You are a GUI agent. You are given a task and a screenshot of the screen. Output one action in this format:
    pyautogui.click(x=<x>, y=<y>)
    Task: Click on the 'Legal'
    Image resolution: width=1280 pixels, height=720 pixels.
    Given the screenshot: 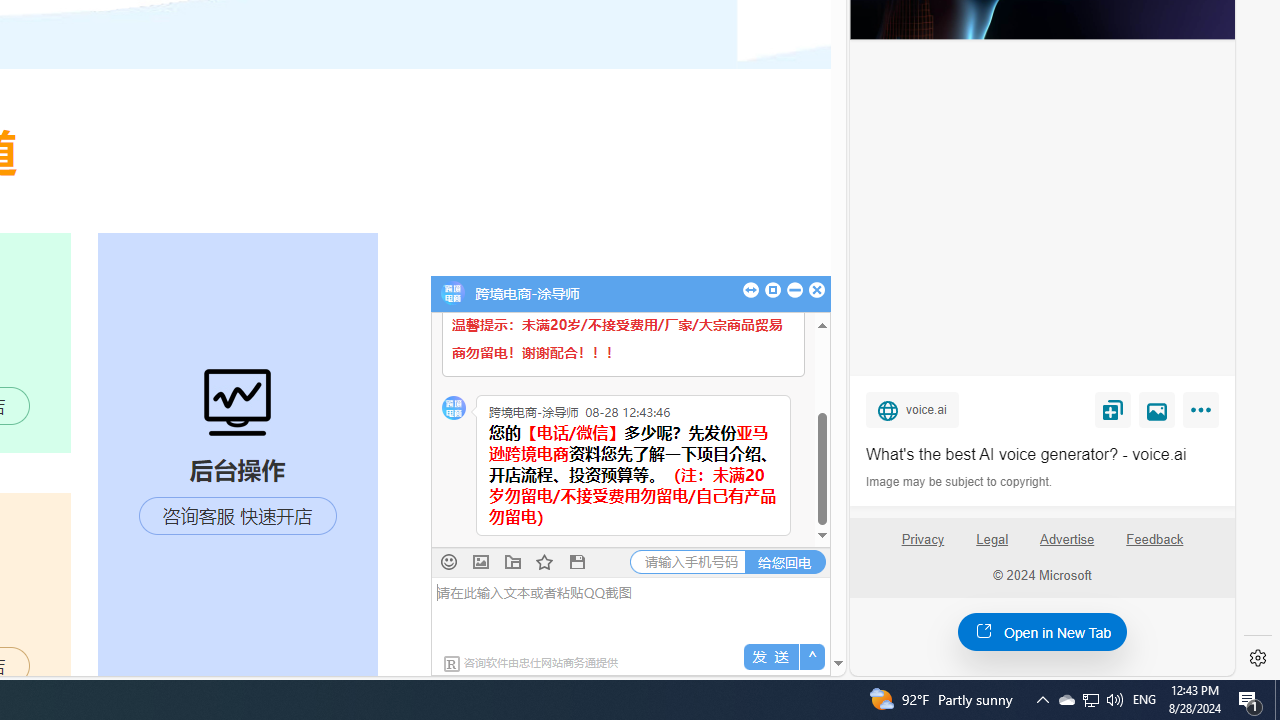 What is the action you would take?
    pyautogui.click(x=992, y=547)
    